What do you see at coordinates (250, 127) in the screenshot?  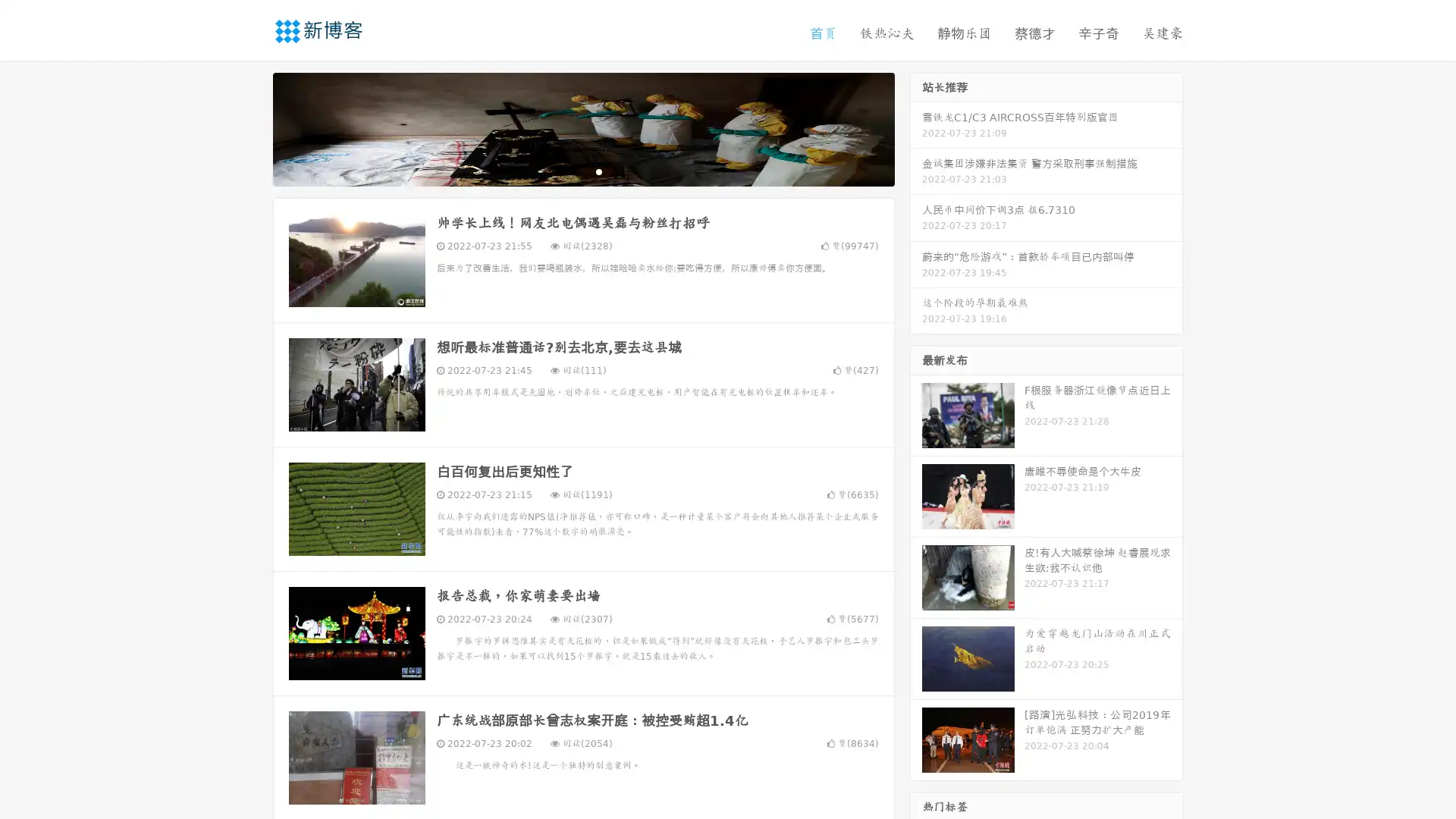 I see `Previous slide` at bounding box center [250, 127].